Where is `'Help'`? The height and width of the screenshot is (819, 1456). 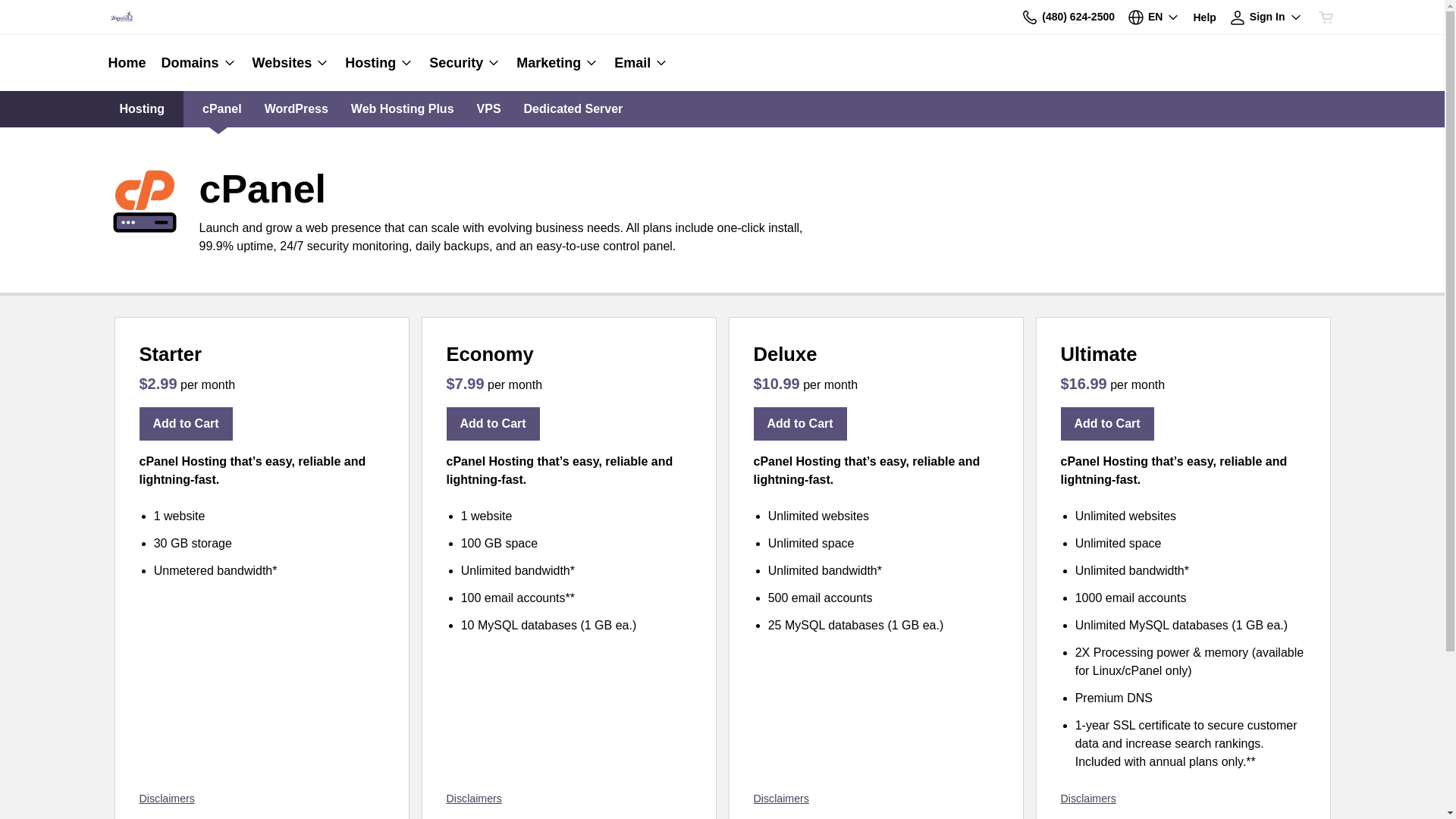
'Help' is located at coordinates (1203, 17).